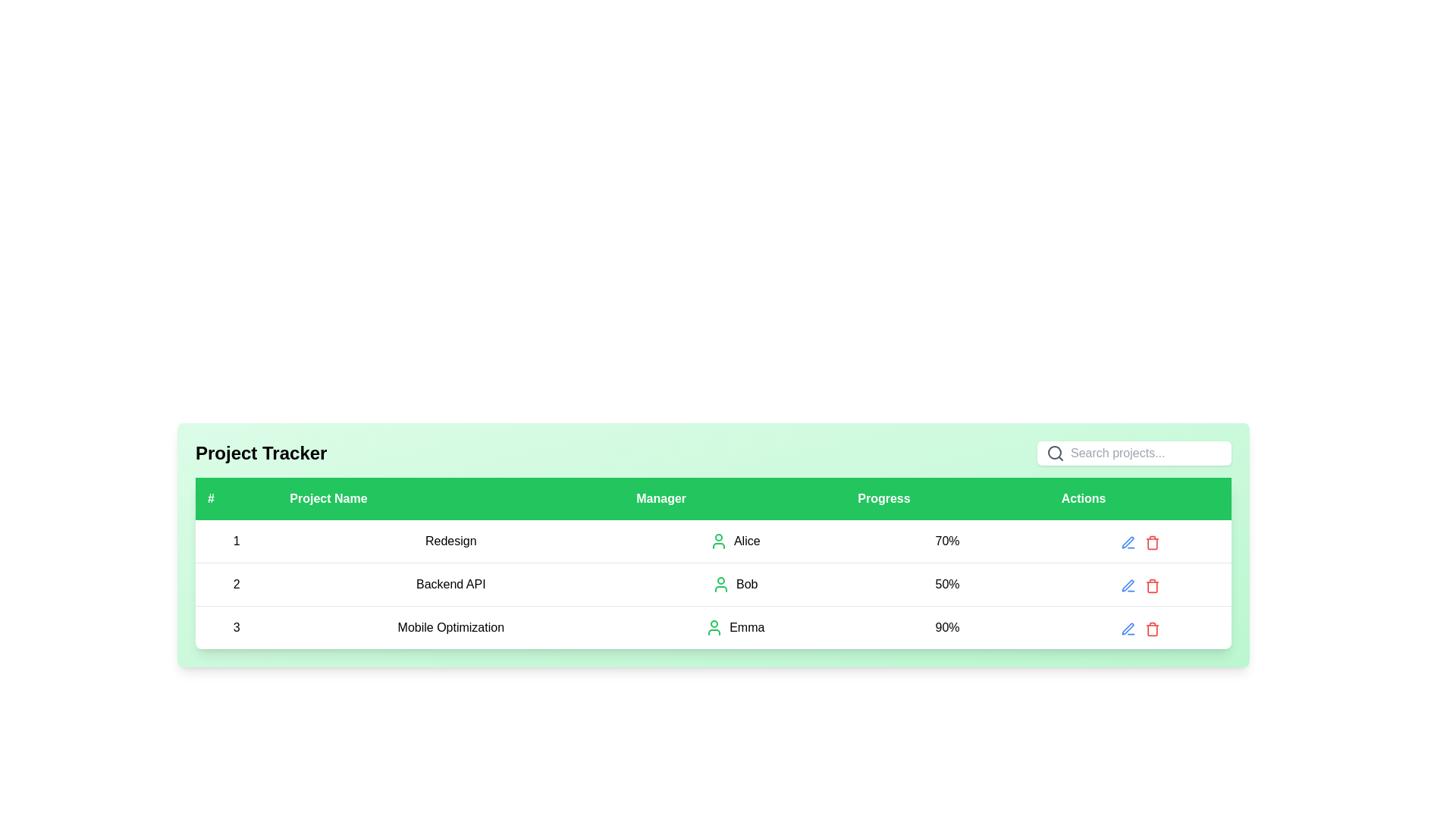 Image resolution: width=1456 pixels, height=819 pixels. I want to click on the edit button located in the actions column of the first row in the table, which is positioned to the left of a red trash can icon, so click(1128, 542).